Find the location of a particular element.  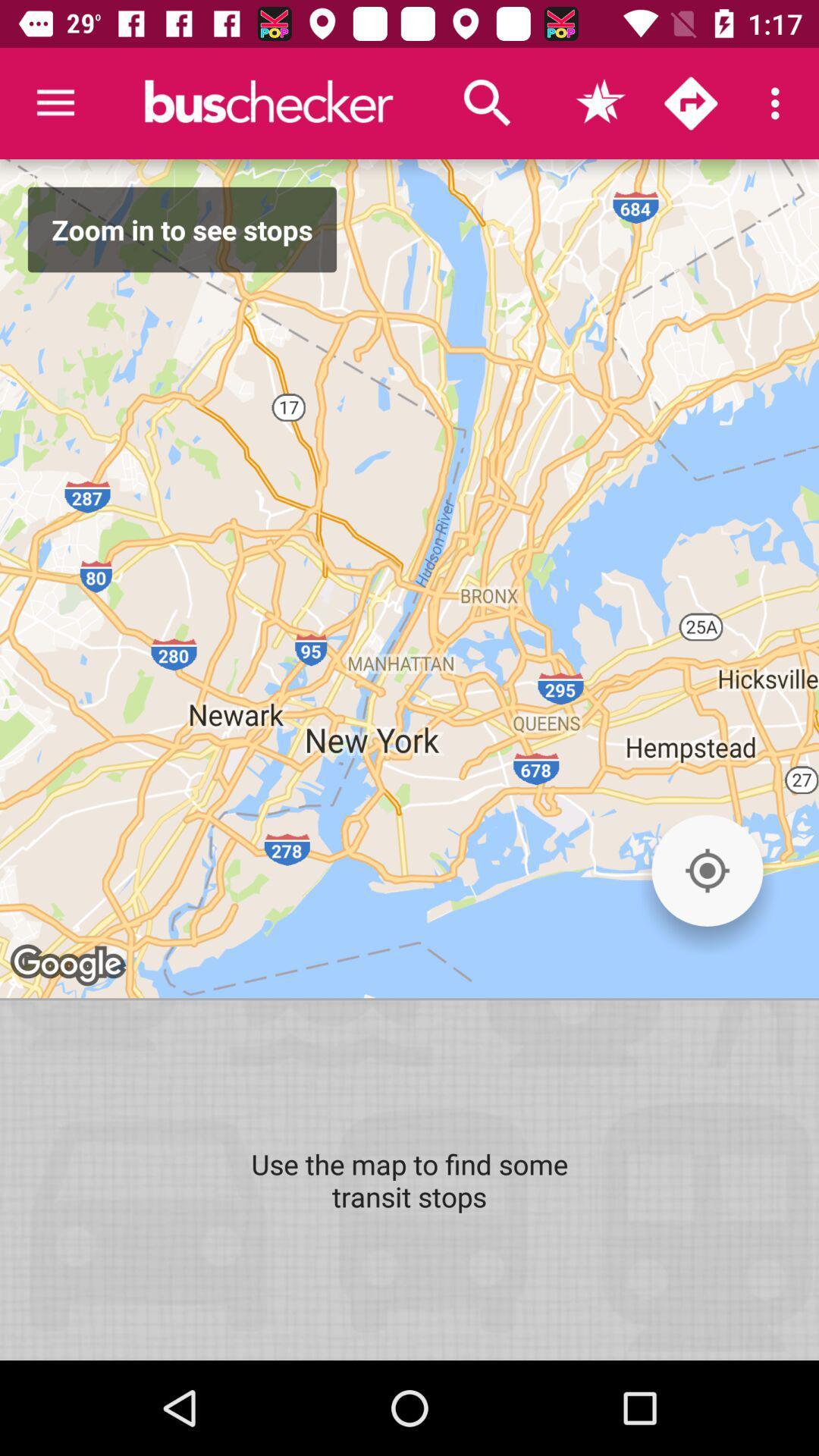

the more options symbol is located at coordinates (779, 103).